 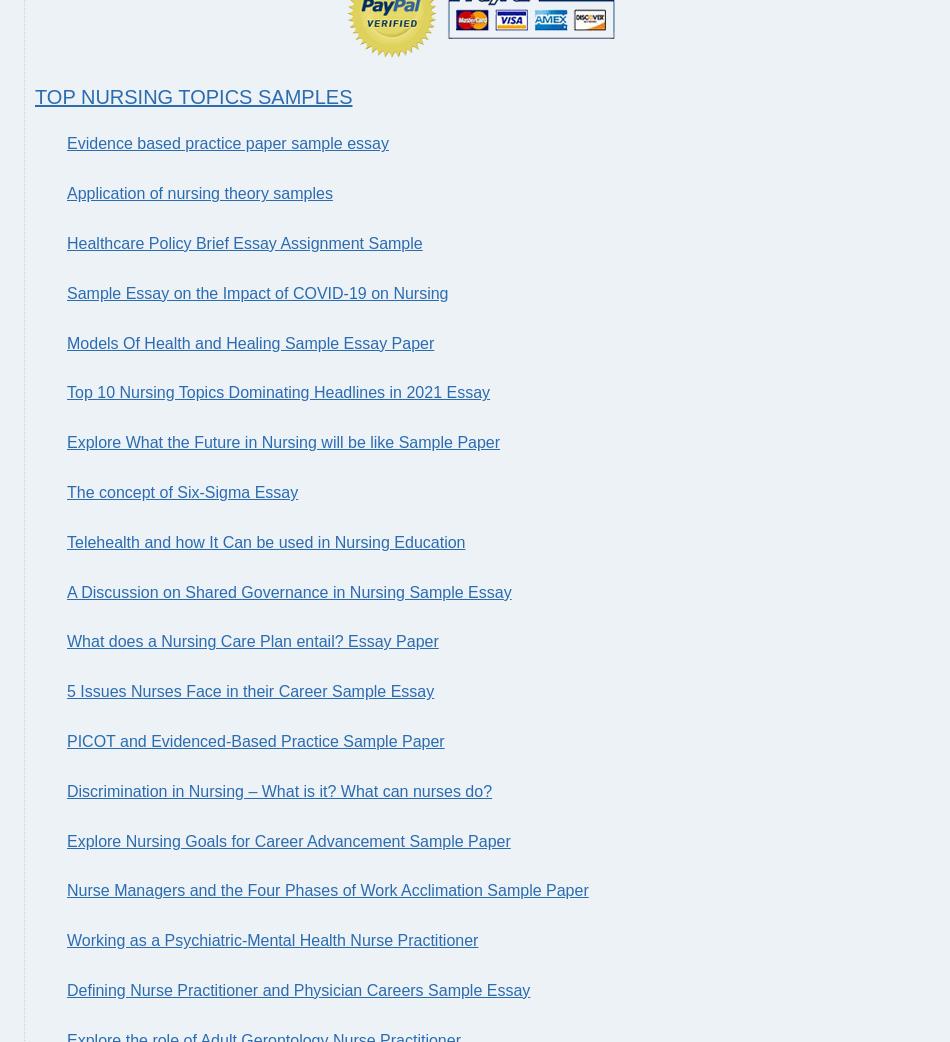 What do you see at coordinates (326, 889) in the screenshot?
I see `'Nurse Managers and the Four Phases of Work Acclimation Sample Paper'` at bounding box center [326, 889].